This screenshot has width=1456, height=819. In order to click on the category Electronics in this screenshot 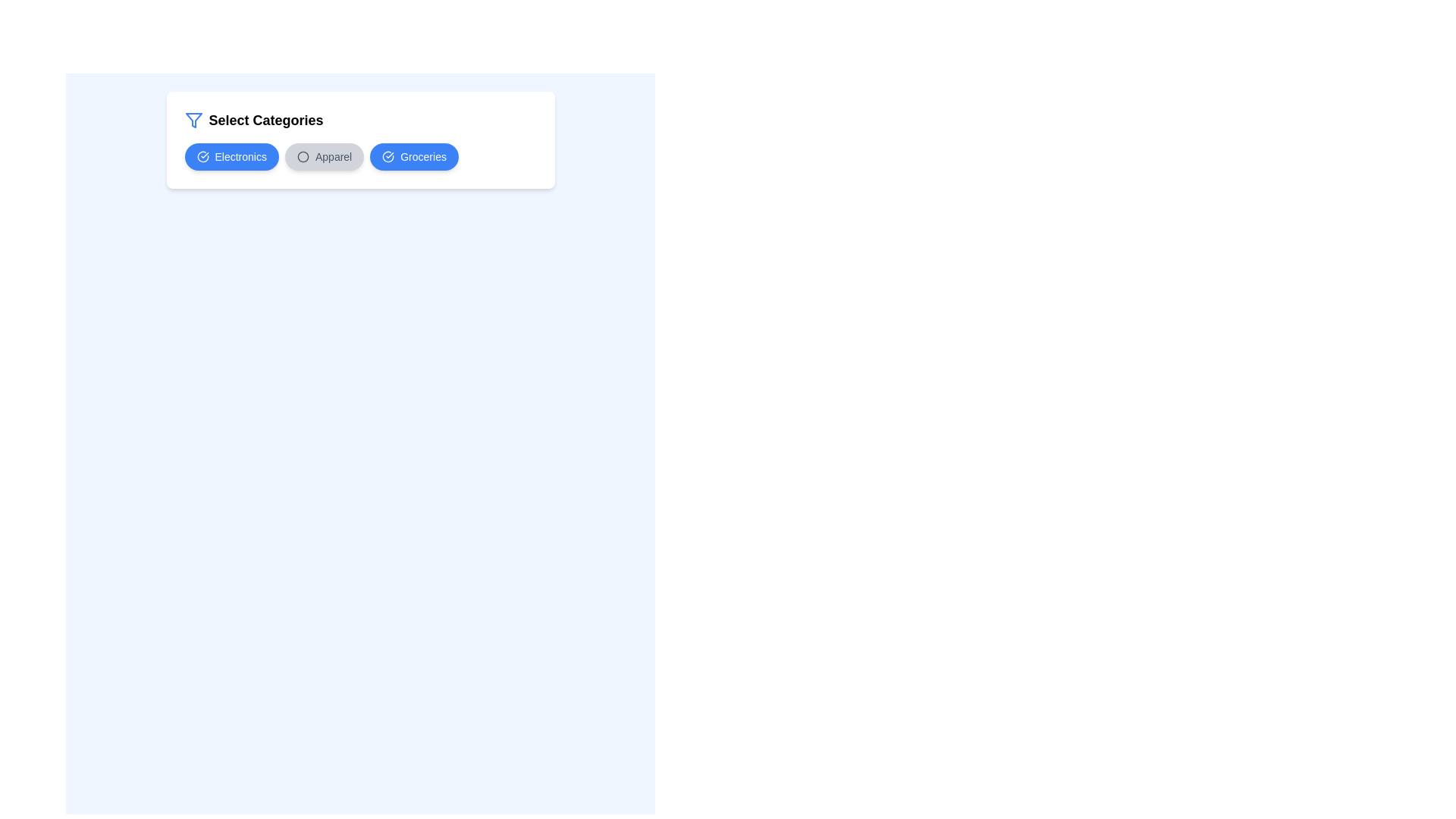, I will do `click(231, 157)`.